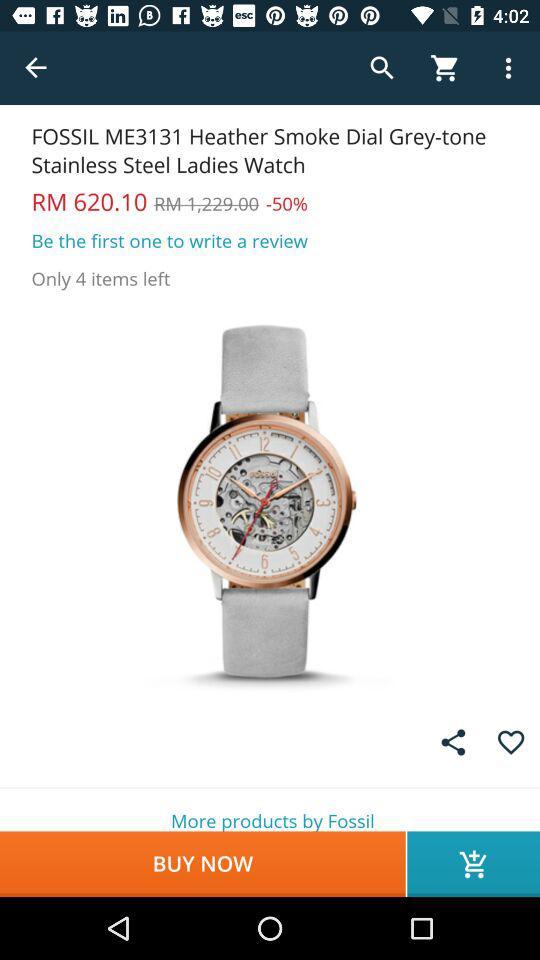  What do you see at coordinates (453, 741) in the screenshot?
I see `share icon` at bounding box center [453, 741].